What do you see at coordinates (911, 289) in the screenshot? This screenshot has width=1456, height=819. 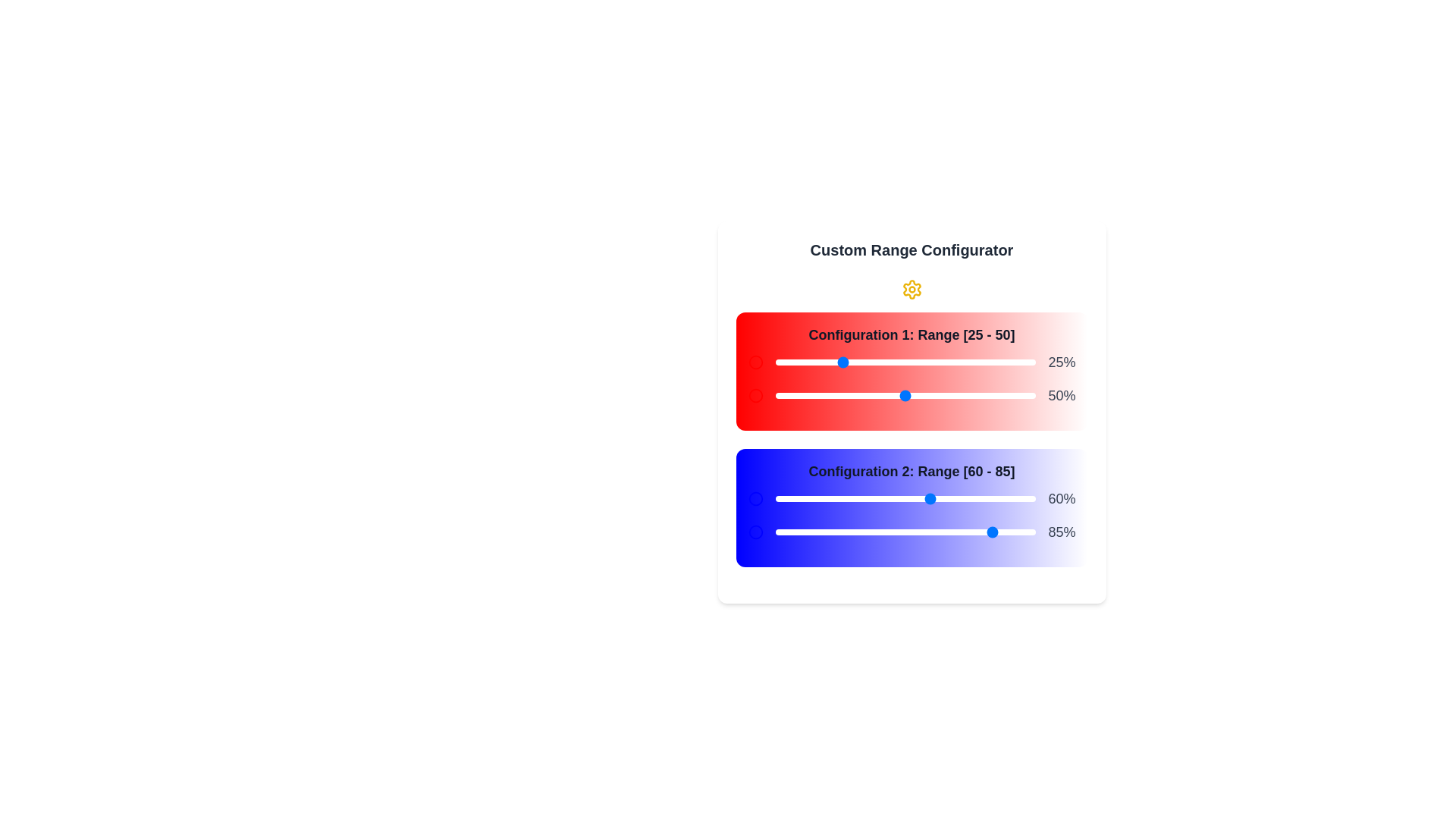 I see `the settings icon to access configuration options` at bounding box center [911, 289].